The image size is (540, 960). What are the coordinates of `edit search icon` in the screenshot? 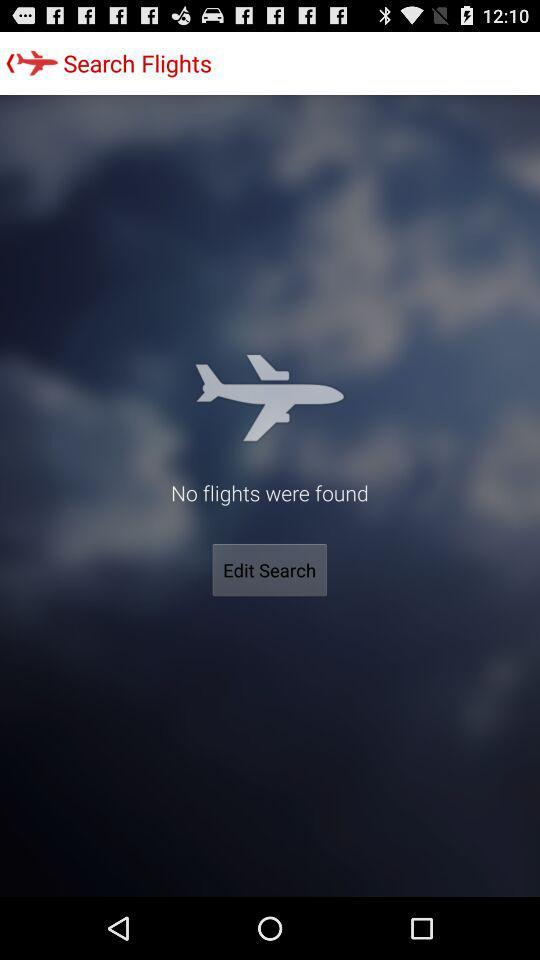 It's located at (269, 570).